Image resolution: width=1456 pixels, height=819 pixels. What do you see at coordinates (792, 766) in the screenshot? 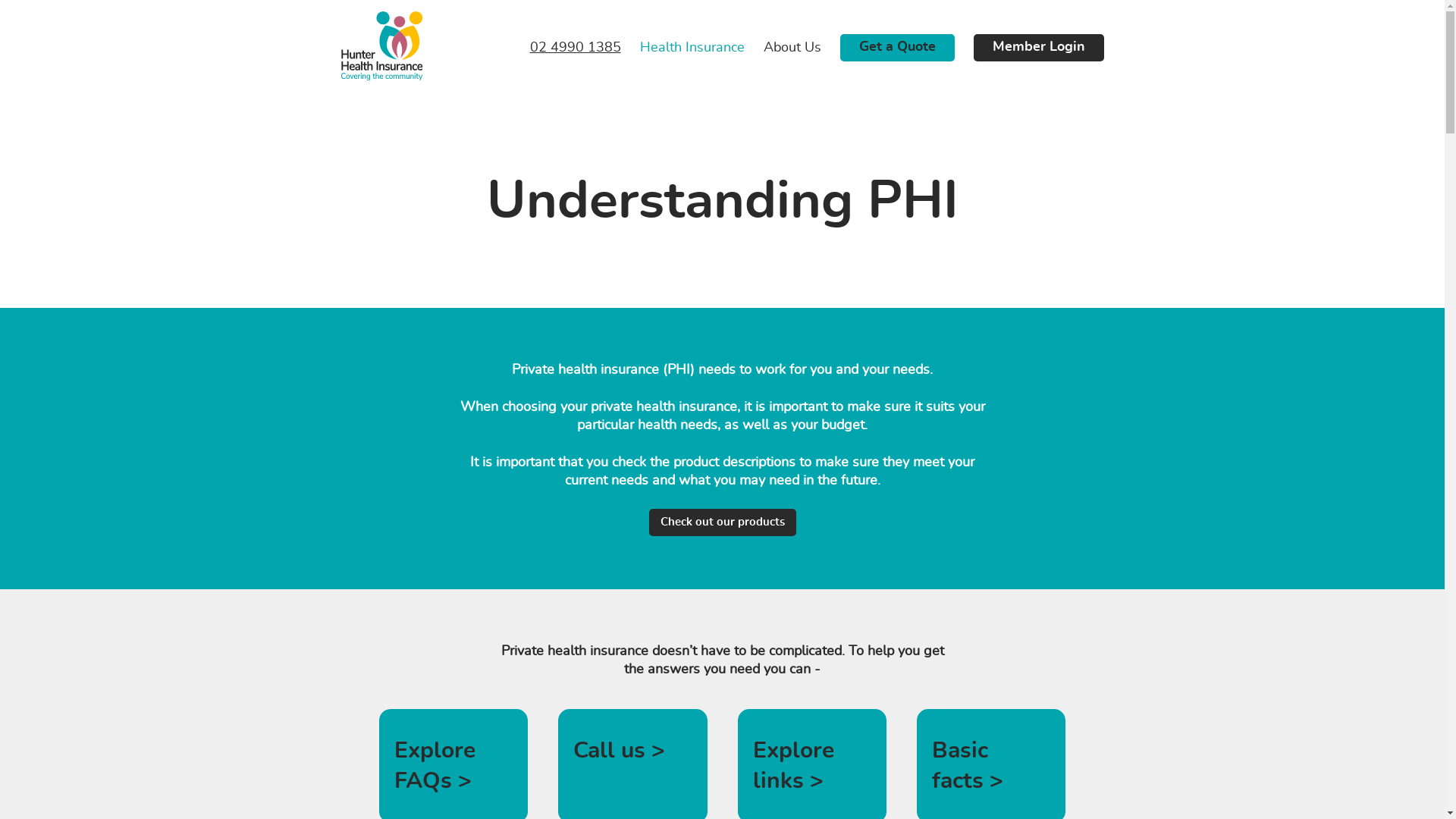
I see `'Explore links >'` at bounding box center [792, 766].